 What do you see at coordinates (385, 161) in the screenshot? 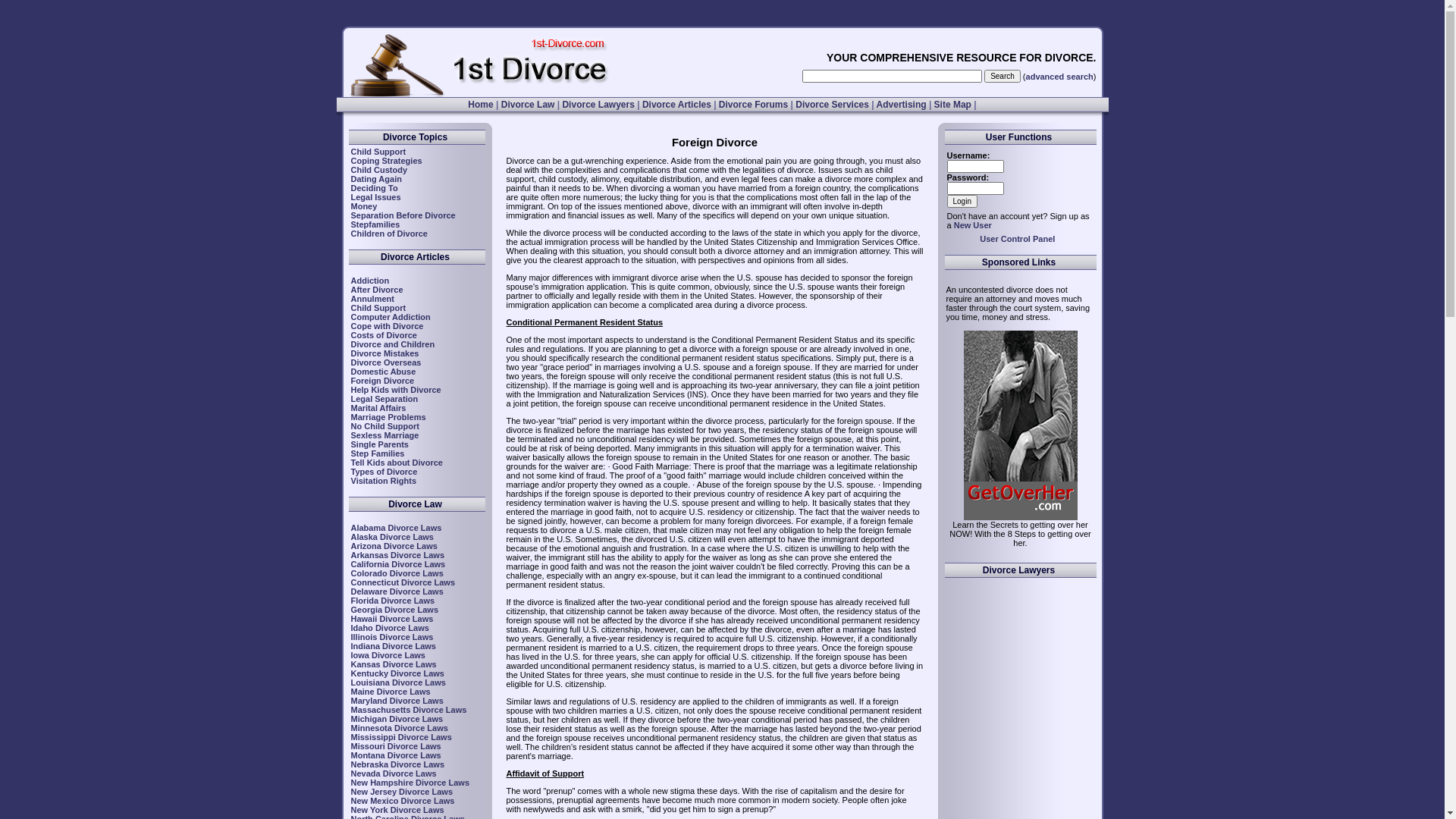
I see `'Coping Strategies'` at bounding box center [385, 161].